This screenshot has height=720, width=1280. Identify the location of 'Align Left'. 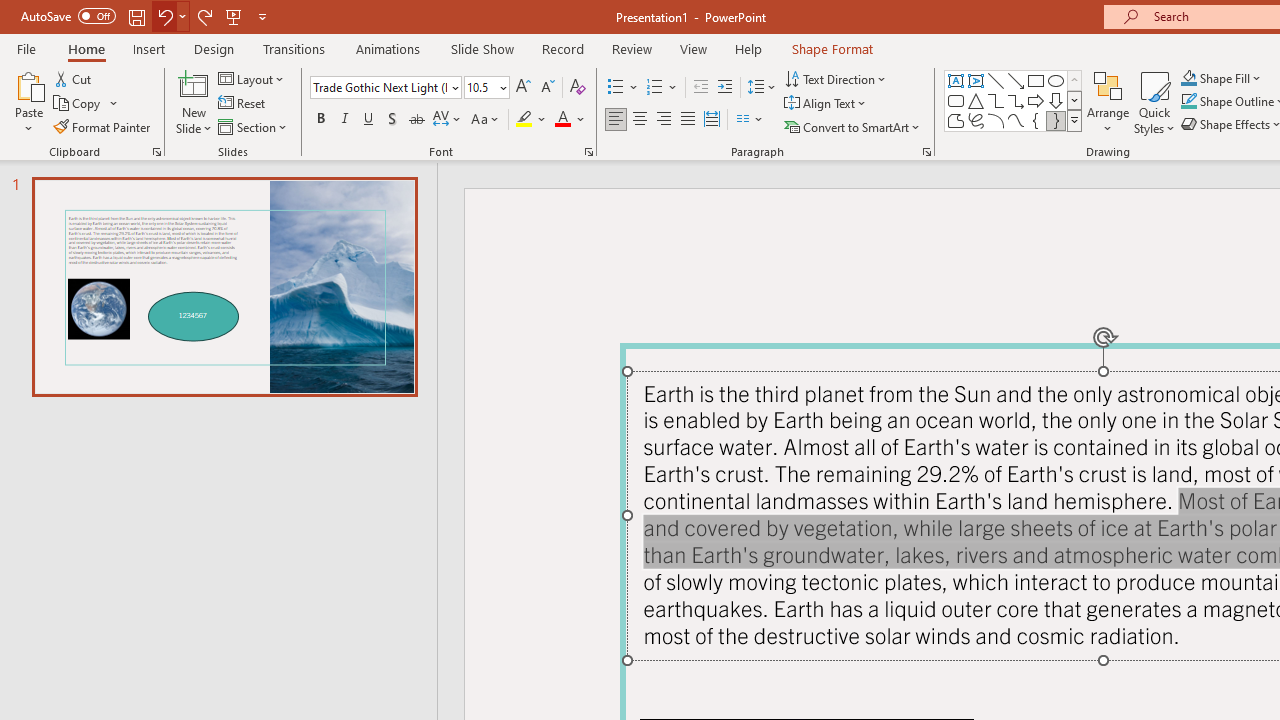
(615, 119).